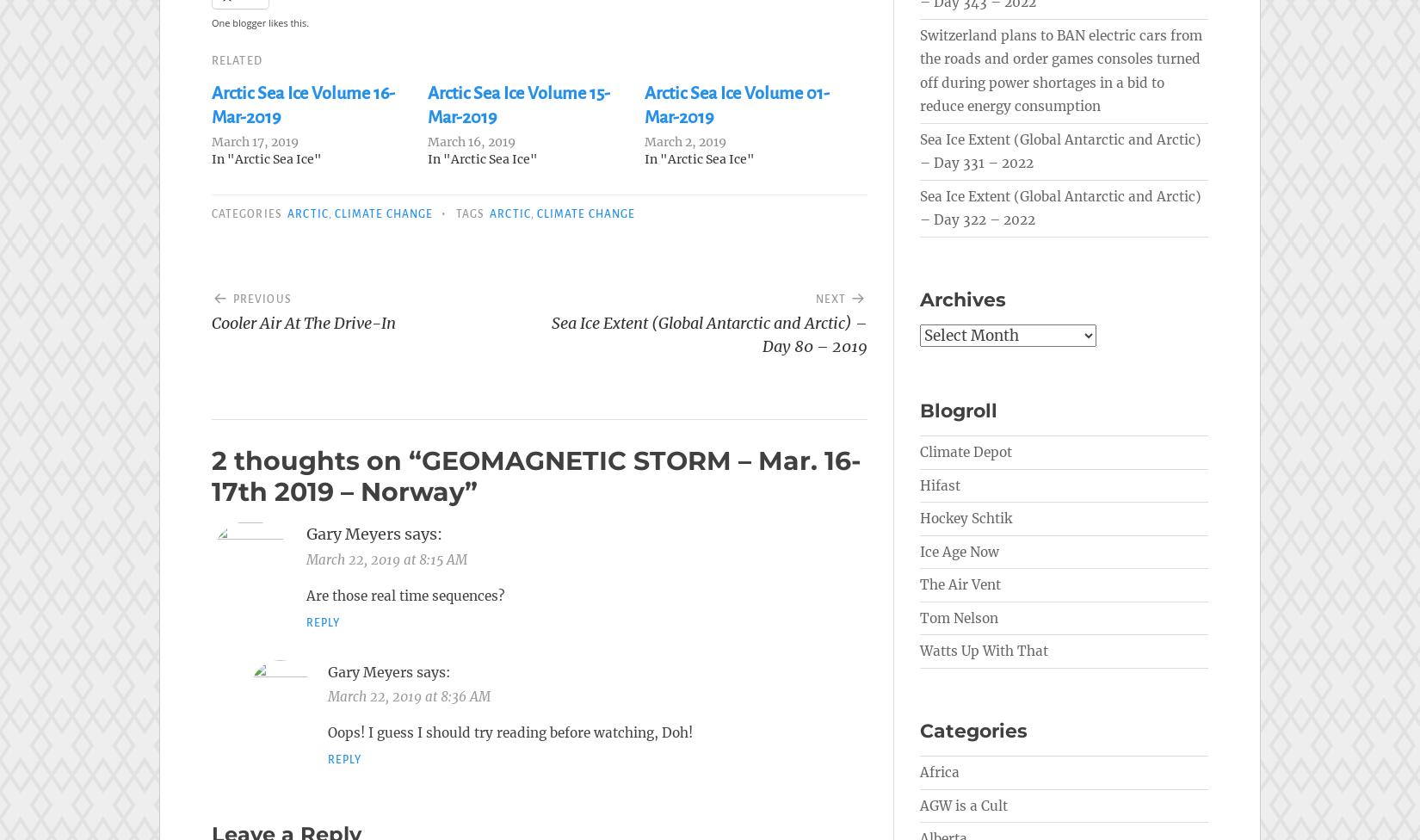  What do you see at coordinates (960, 550) in the screenshot?
I see `'Ice Age Now'` at bounding box center [960, 550].